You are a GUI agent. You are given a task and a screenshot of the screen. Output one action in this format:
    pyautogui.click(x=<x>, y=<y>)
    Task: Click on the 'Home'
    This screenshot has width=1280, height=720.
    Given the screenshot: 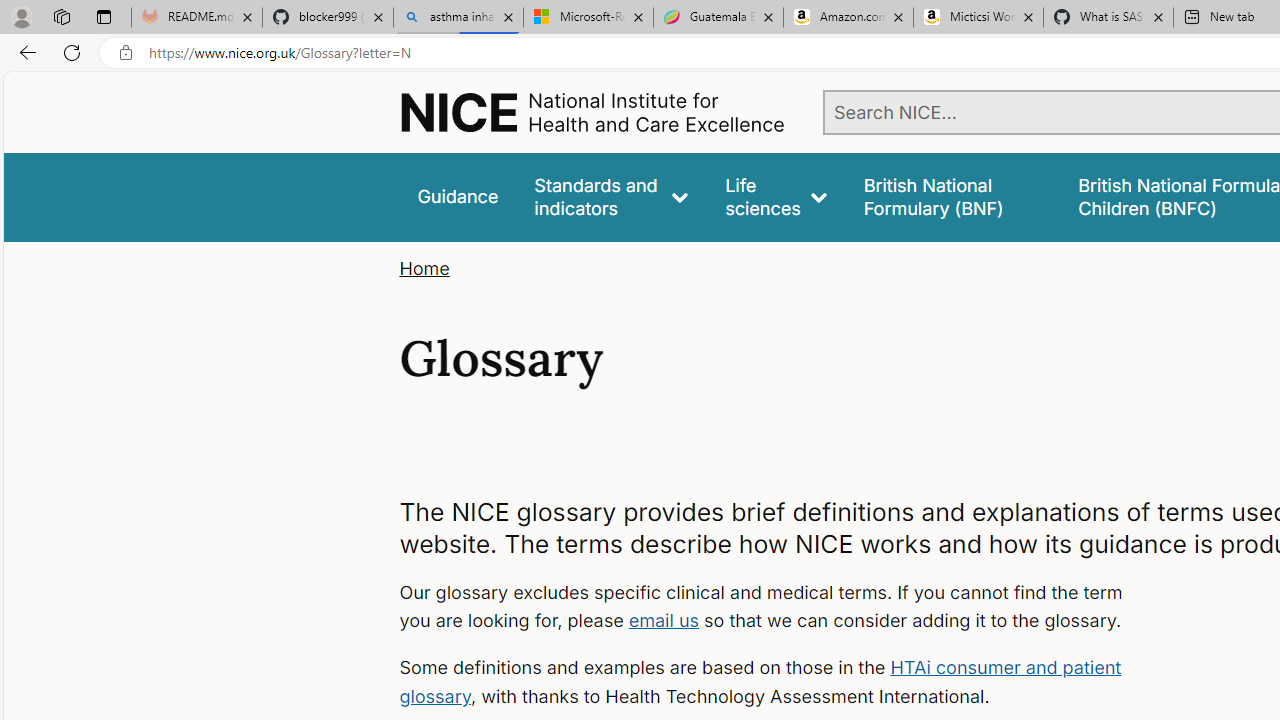 What is the action you would take?
    pyautogui.click(x=423, y=267)
    